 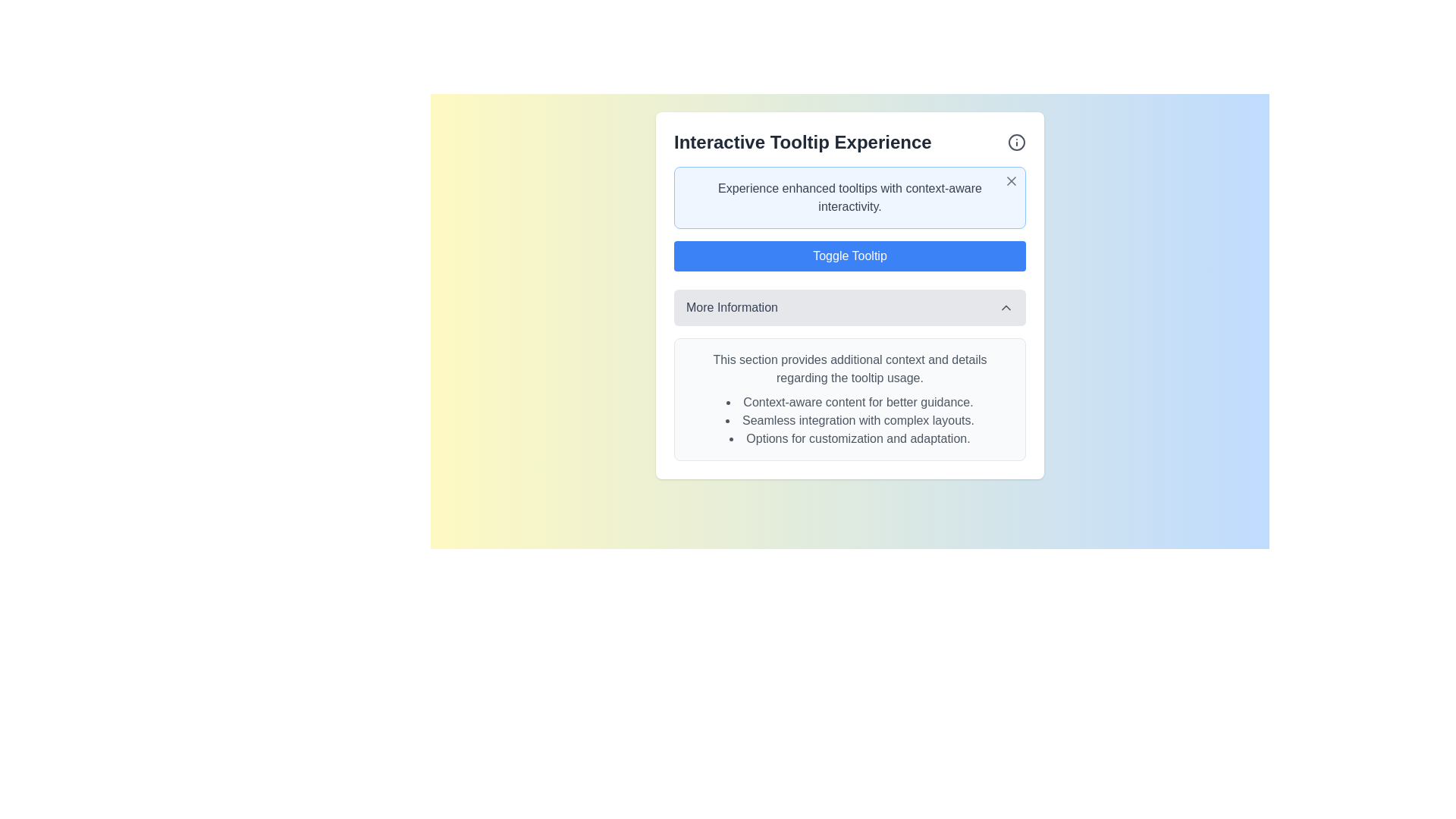 I want to click on the SVG Circle located in the top-right corner of the card to interact with it, so click(x=1016, y=143).